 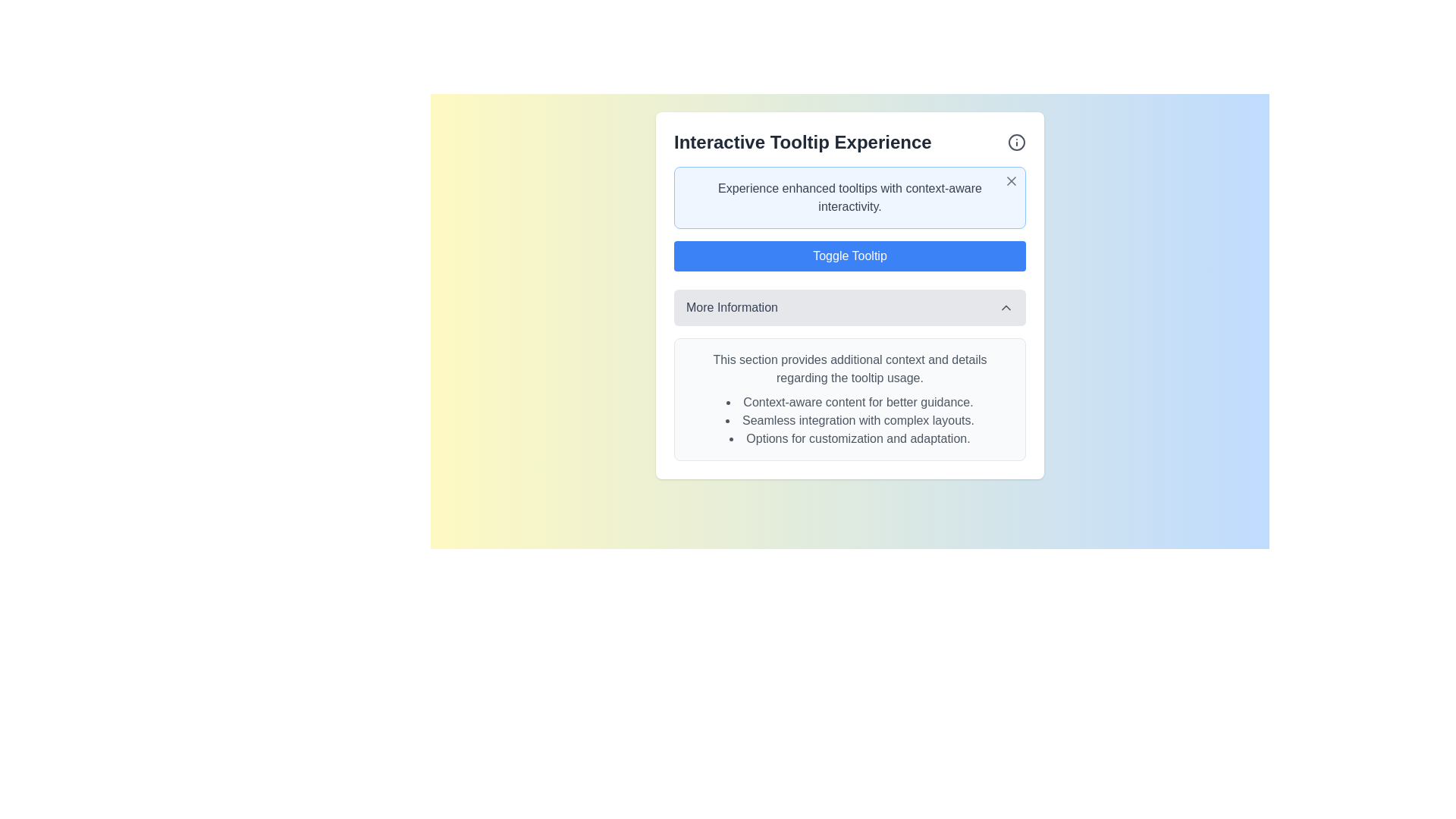 I want to click on the SVG Circle located in the top-right corner of the card to interact with it, so click(x=1016, y=143).